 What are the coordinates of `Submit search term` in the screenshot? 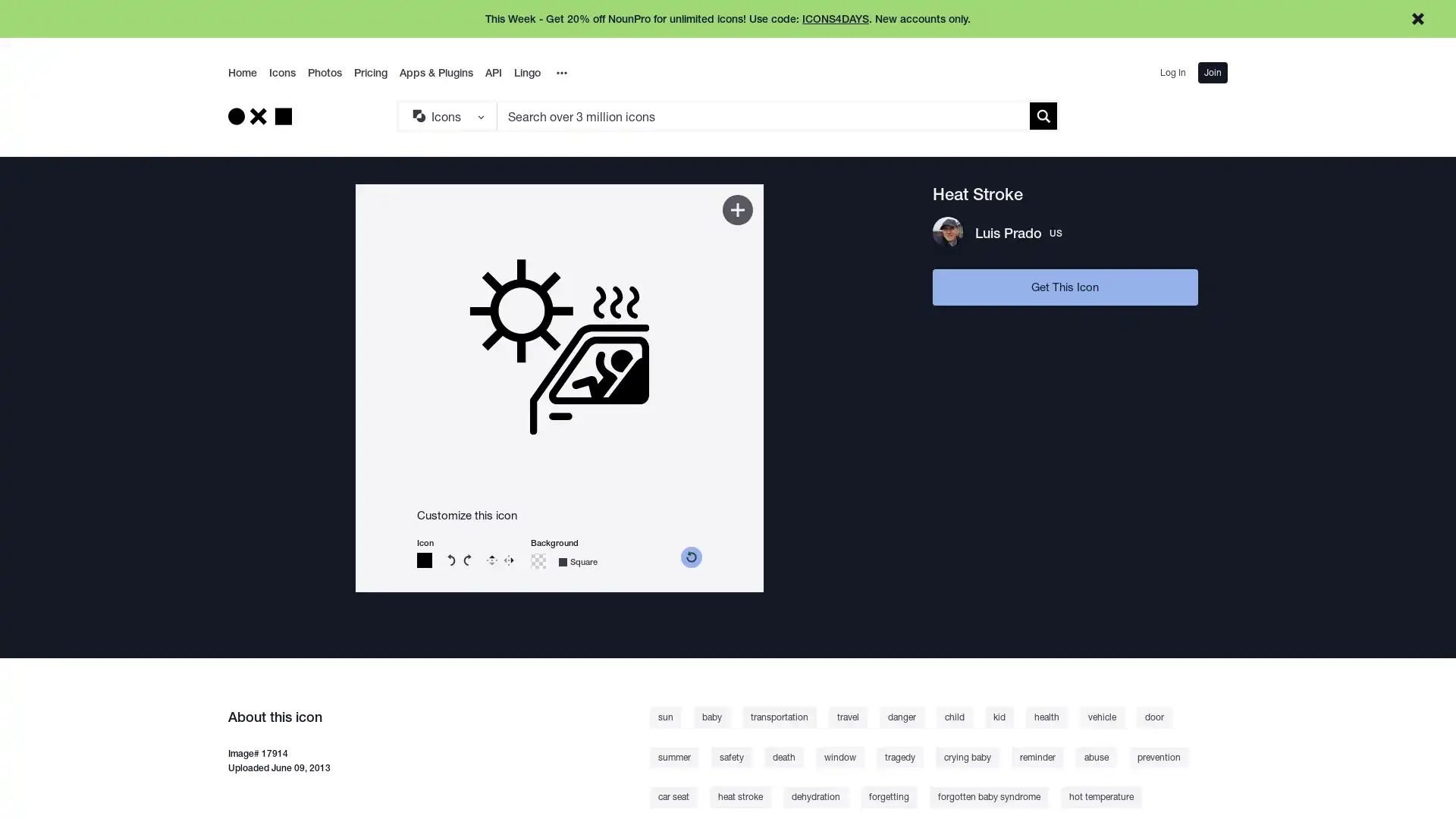 It's located at (1041, 115).